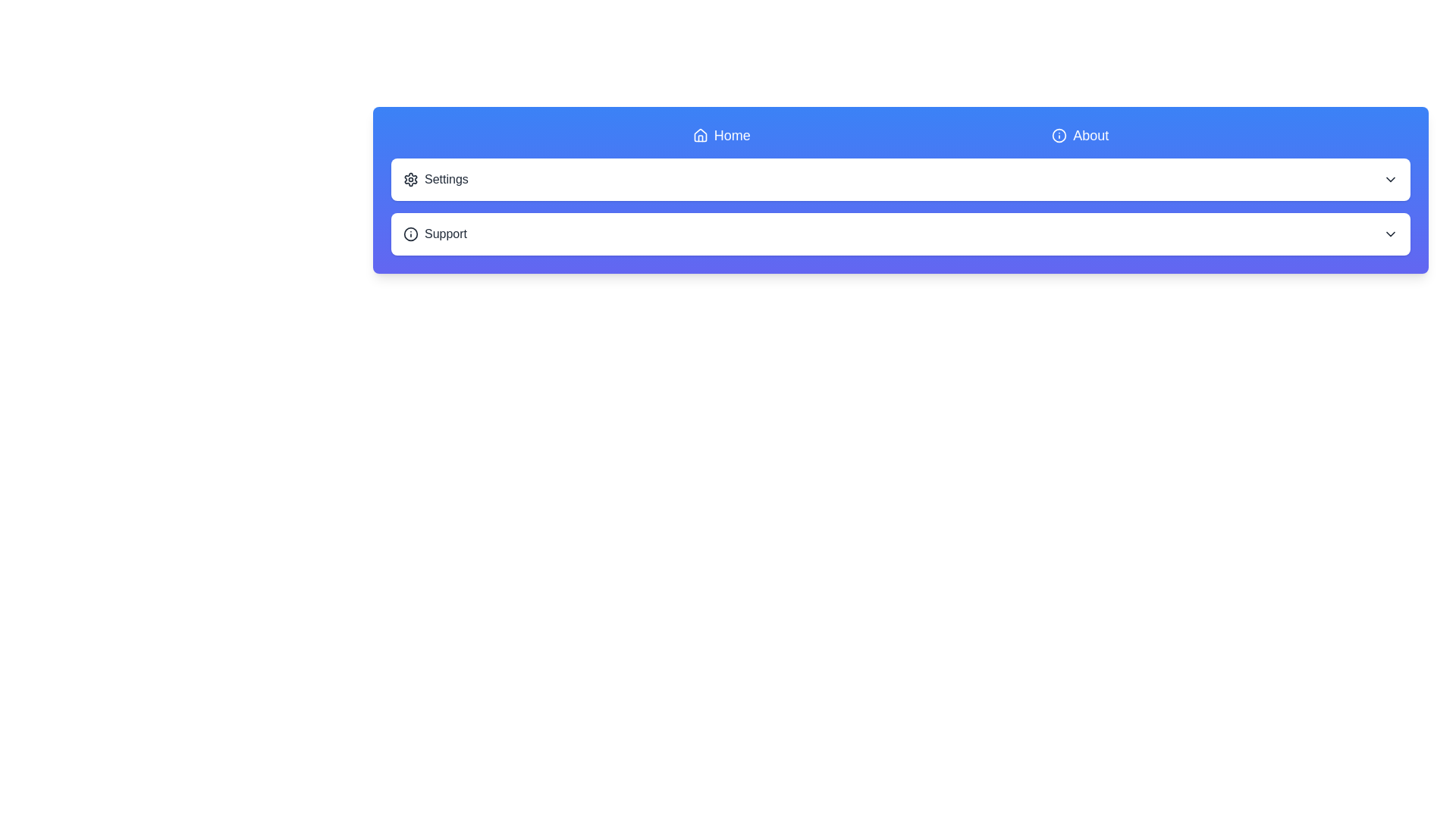  I want to click on the dropdown indicator icon located on the far right of the 'Support' row, so click(1390, 234).